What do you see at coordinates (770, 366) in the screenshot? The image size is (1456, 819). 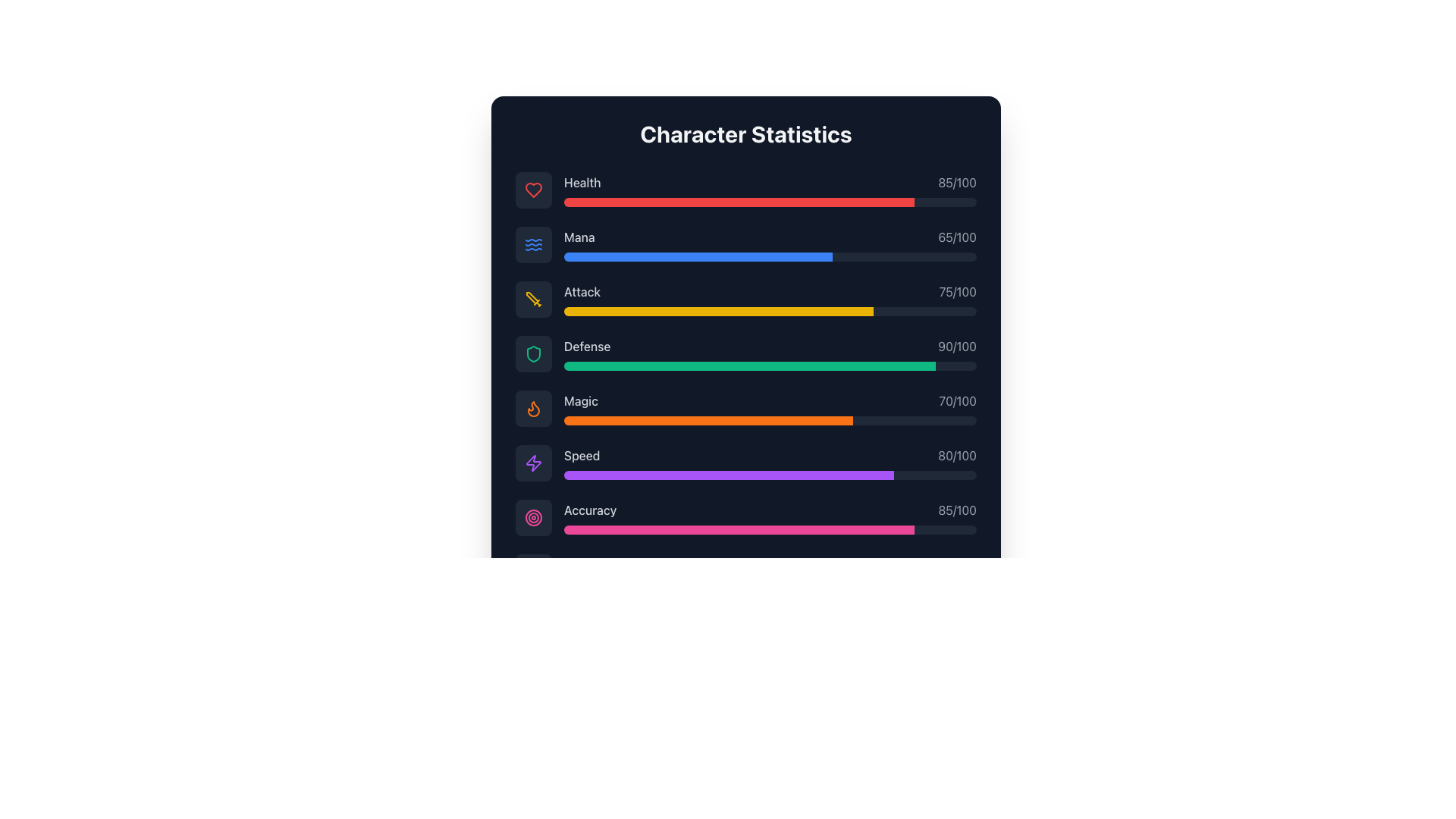 I see `the horizontal progress bar associated with the 'Defense' label, which has a dark gray background and a green internal bar indicating progress` at bounding box center [770, 366].